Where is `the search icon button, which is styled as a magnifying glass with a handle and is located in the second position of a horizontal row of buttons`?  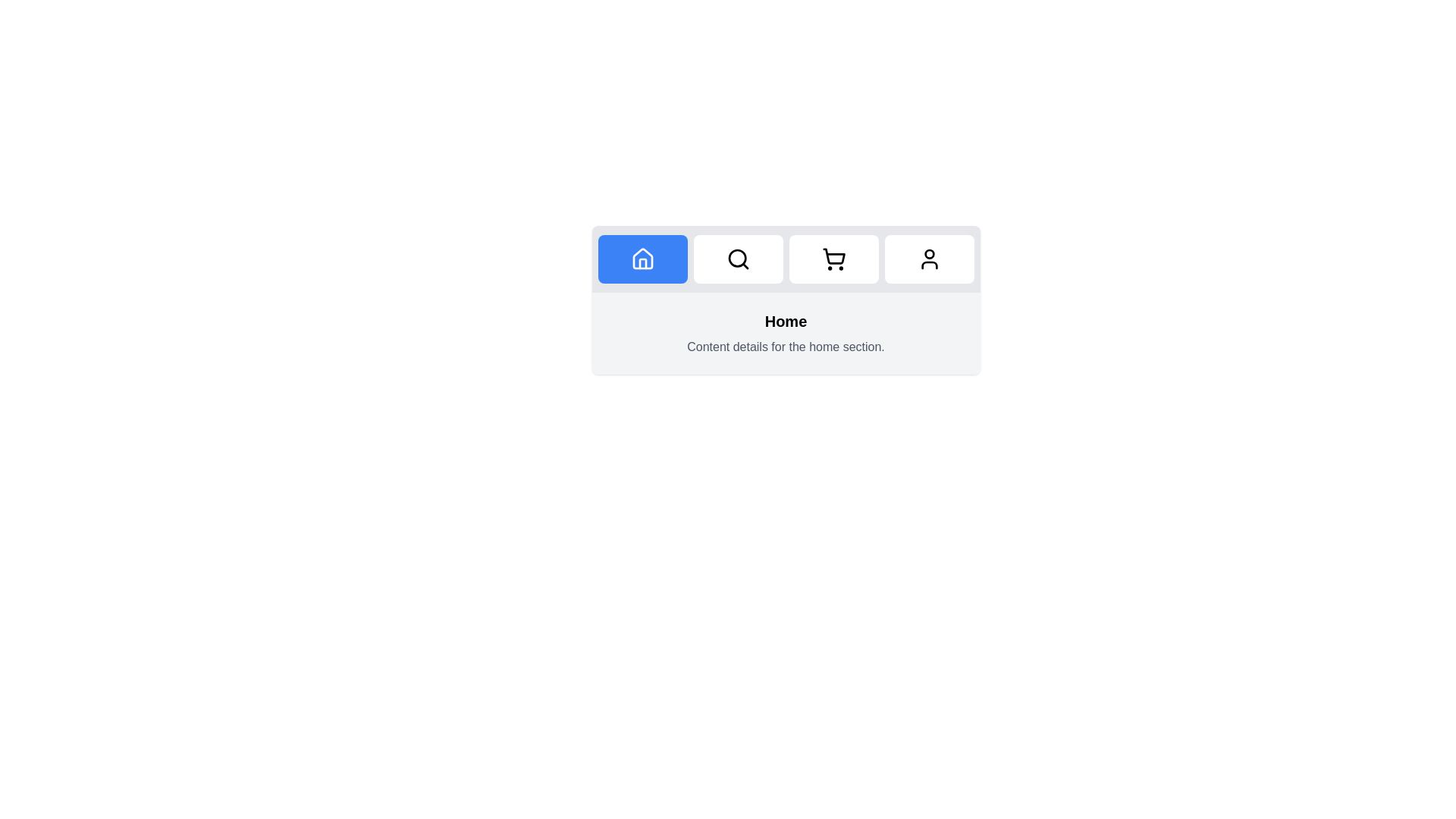
the search icon button, which is styled as a magnifying glass with a handle and is located in the second position of a horizontal row of buttons is located at coordinates (738, 259).